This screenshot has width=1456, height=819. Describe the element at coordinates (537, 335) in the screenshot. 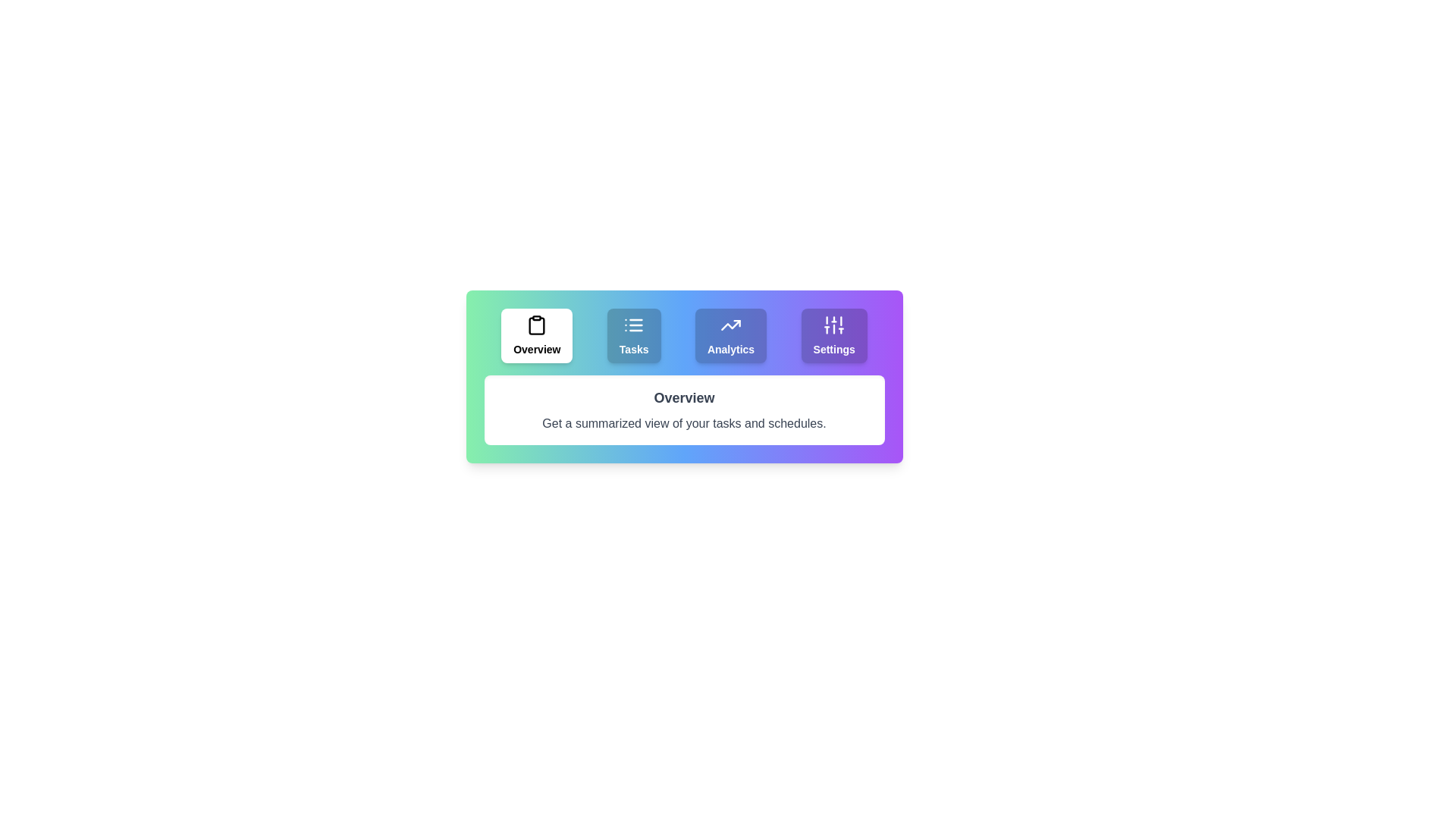

I see `the Overview tab to view its content` at that location.